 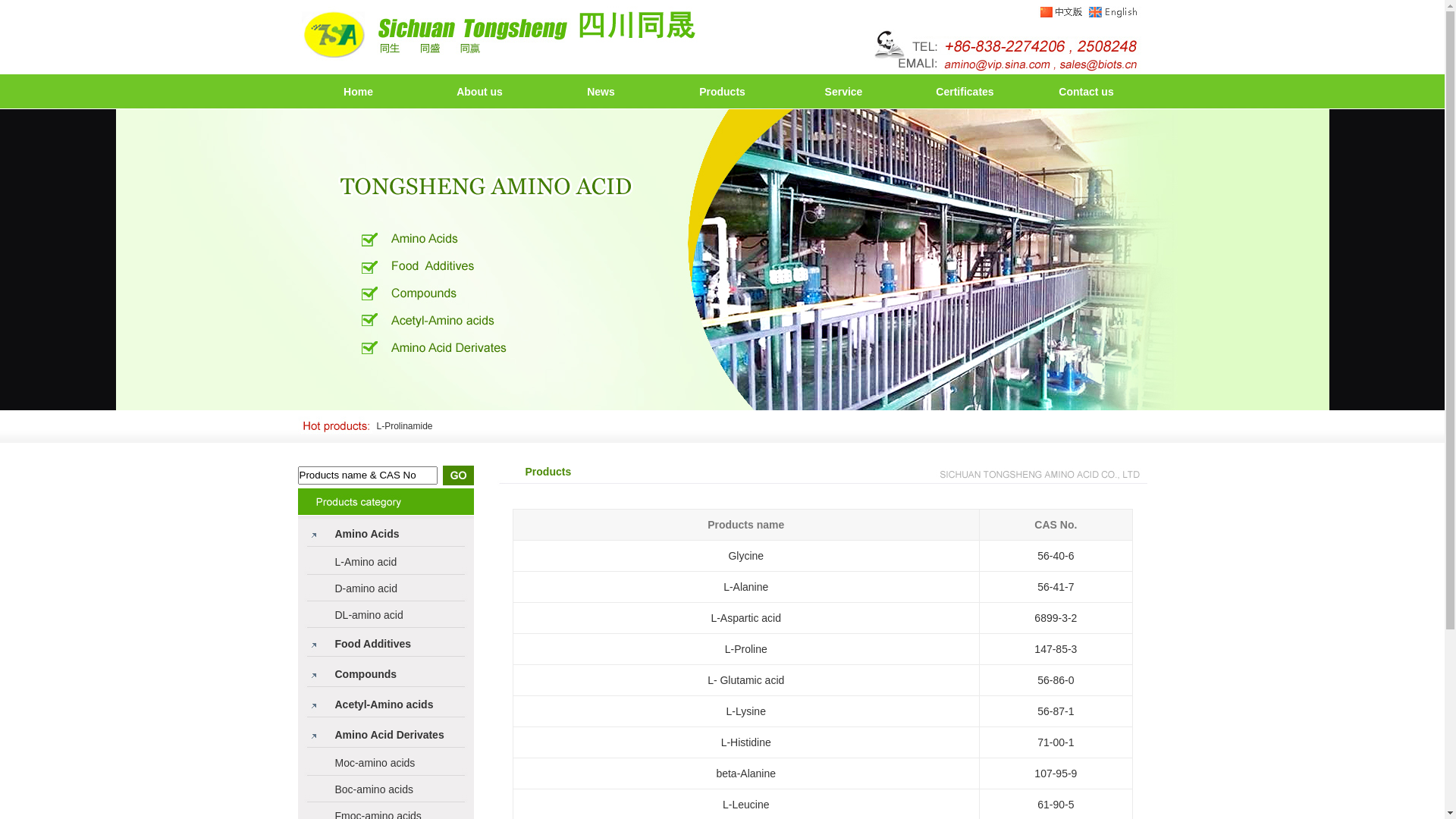 What do you see at coordinates (1084, 91) in the screenshot?
I see `'Contact us'` at bounding box center [1084, 91].